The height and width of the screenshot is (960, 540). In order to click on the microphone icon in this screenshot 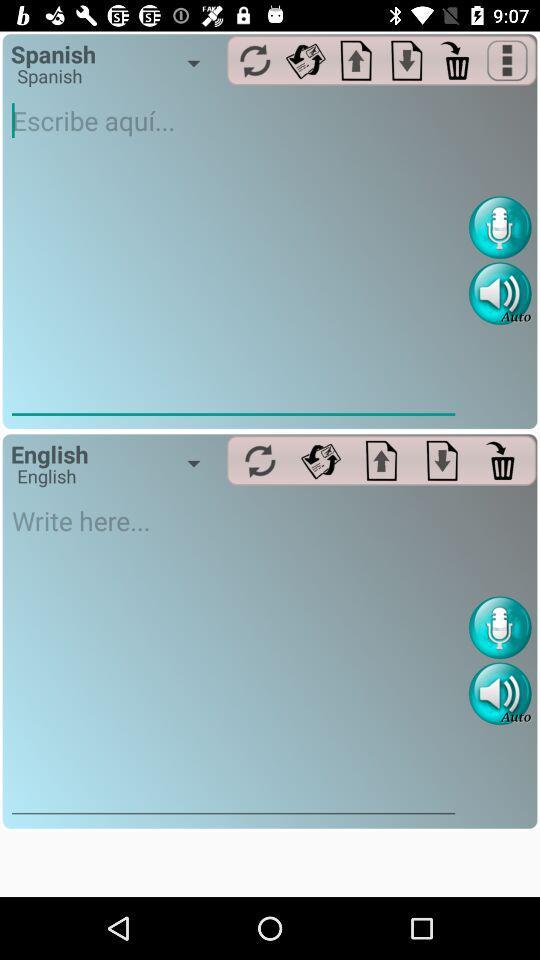, I will do `click(499, 227)`.